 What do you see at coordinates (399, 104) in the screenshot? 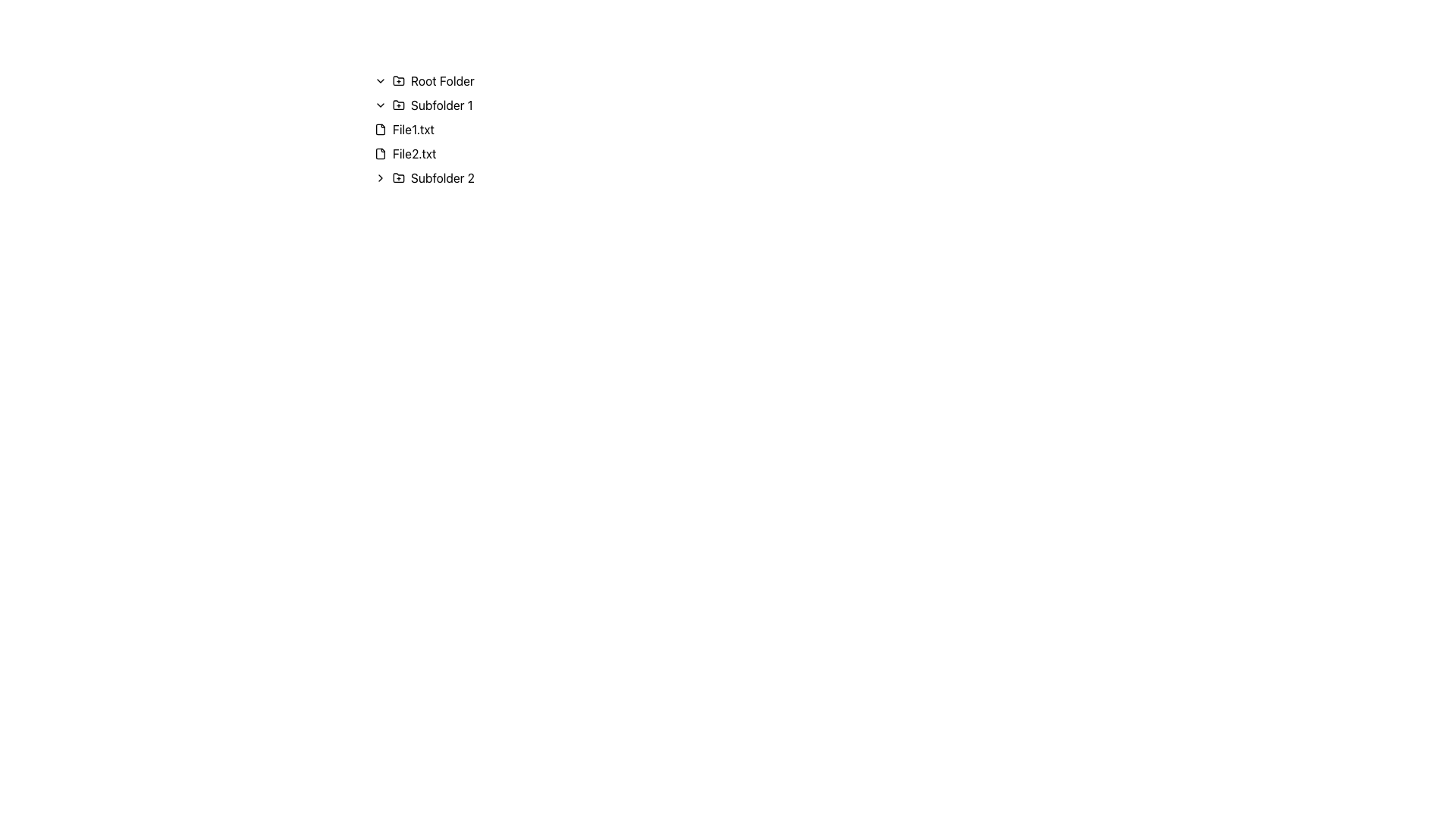
I see `the graphical folder icon with a plus sign located to the left of 'Subfolder 1', which is the first folder-like icon within the expanded hierarchy of the 'Root Folder'` at bounding box center [399, 104].